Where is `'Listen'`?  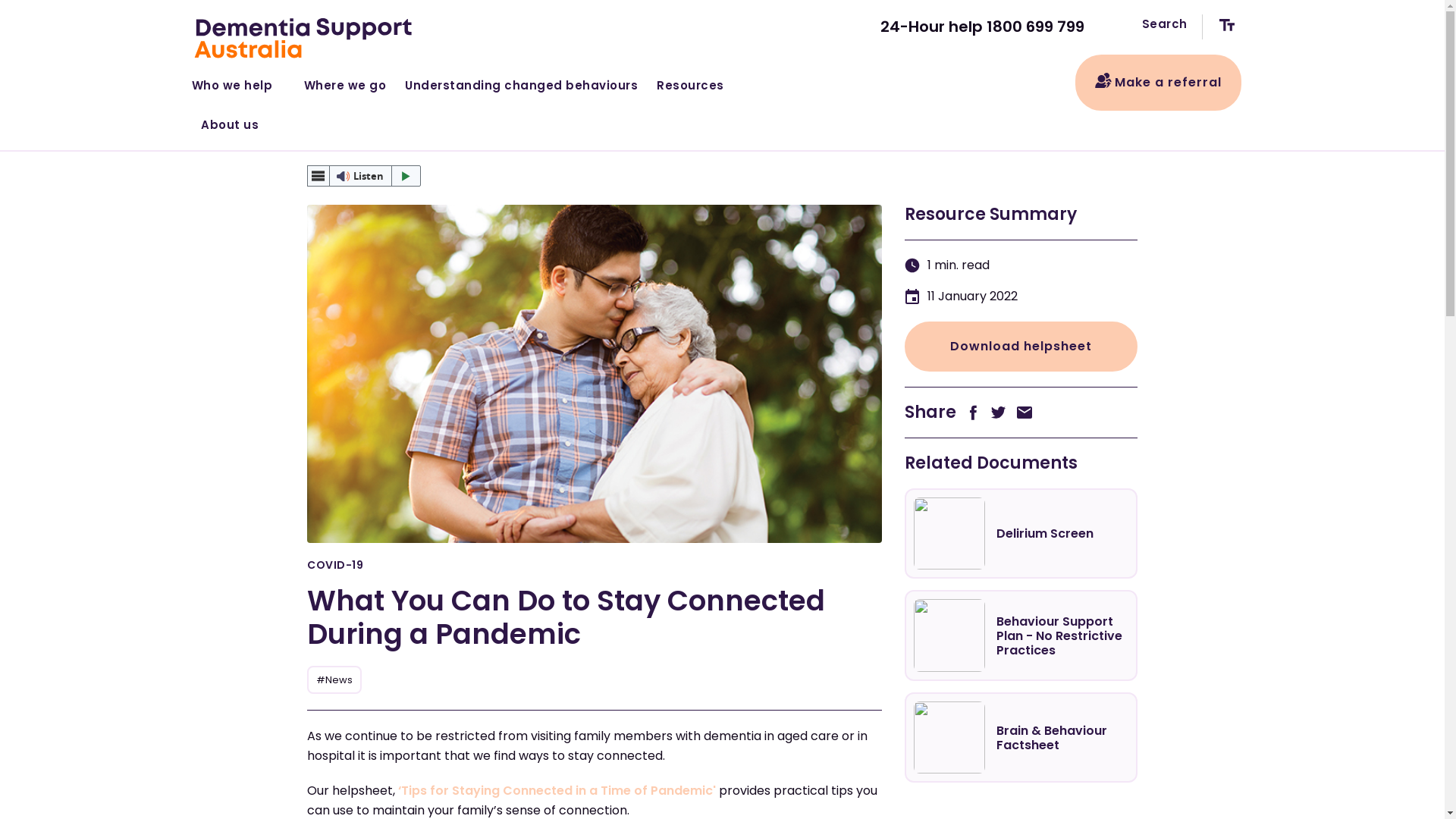 'Listen' is located at coordinates (364, 174).